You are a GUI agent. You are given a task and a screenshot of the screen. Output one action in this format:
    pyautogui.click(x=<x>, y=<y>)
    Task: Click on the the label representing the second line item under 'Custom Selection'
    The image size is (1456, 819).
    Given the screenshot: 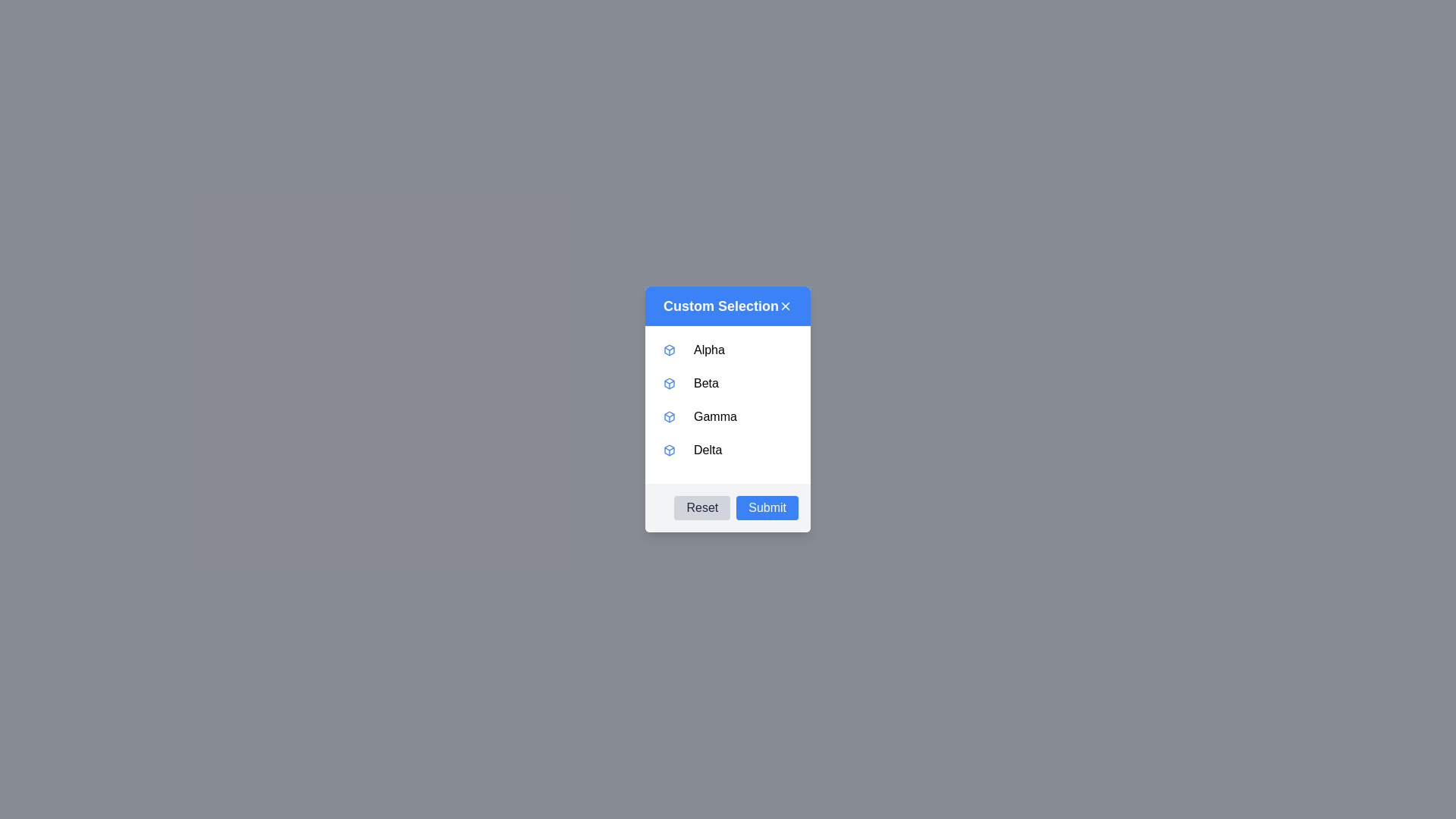 What is the action you would take?
    pyautogui.click(x=705, y=382)
    